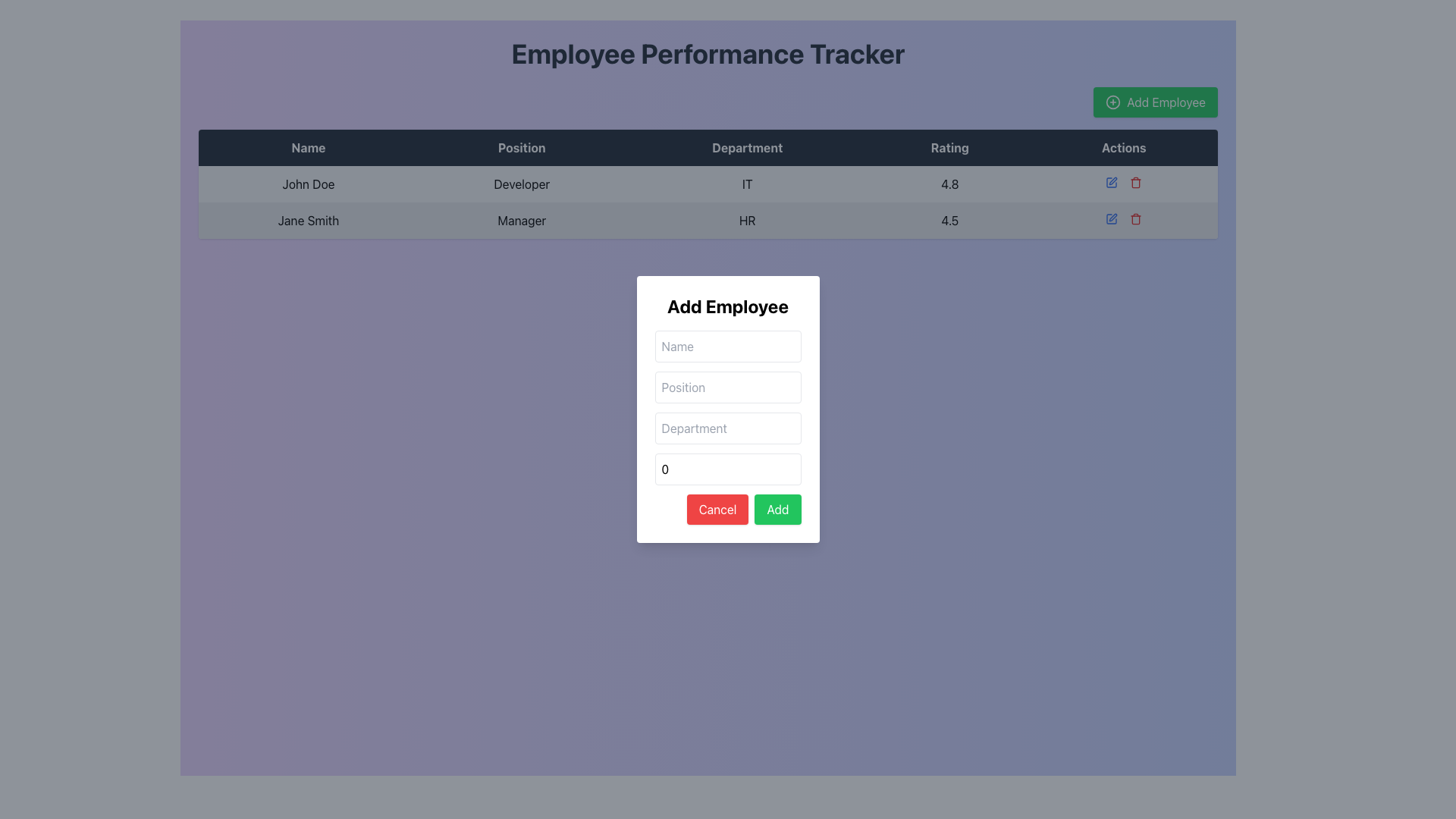 This screenshot has height=819, width=1456. I want to click on the table cell in the 'Actions' column for 'Jane Smith', which contains interactive icons for edit and delete actions, so click(1124, 220).